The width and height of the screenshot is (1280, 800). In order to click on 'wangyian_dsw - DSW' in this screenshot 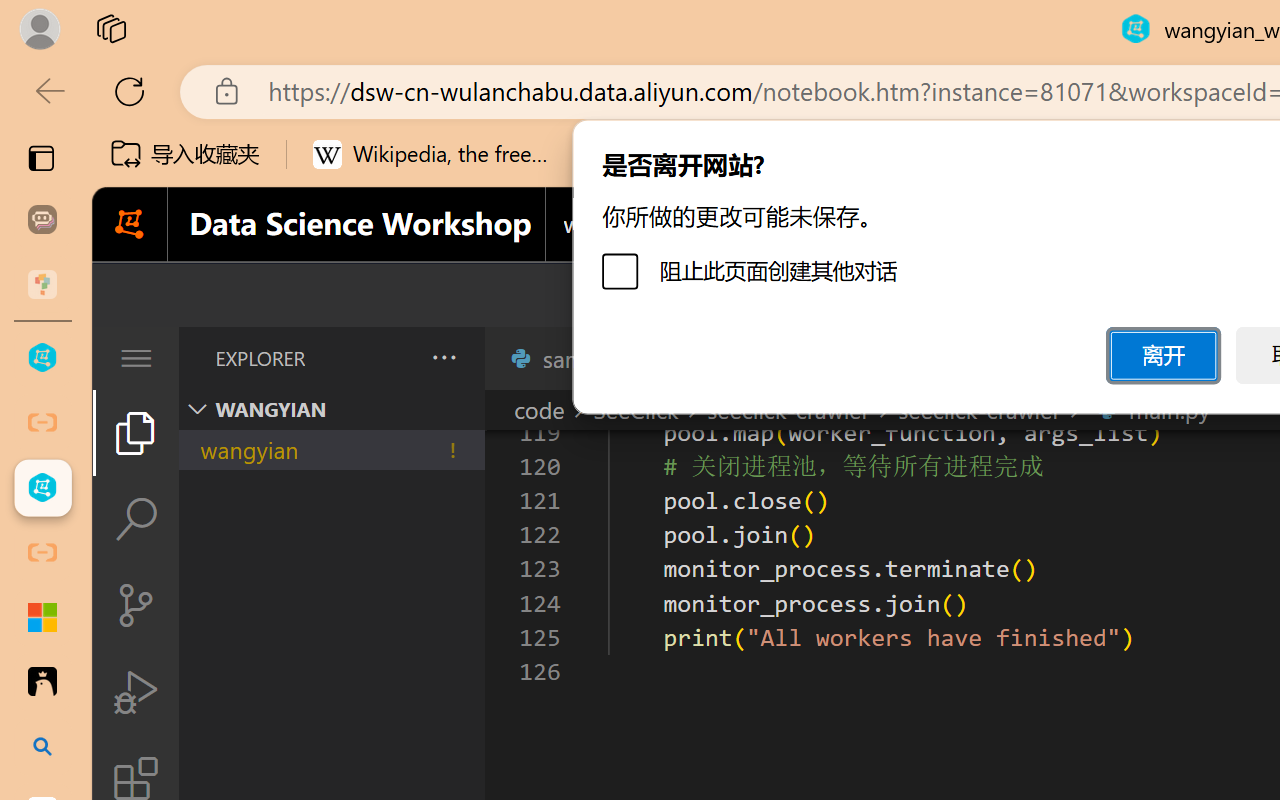, I will do `click(42, 358)`.